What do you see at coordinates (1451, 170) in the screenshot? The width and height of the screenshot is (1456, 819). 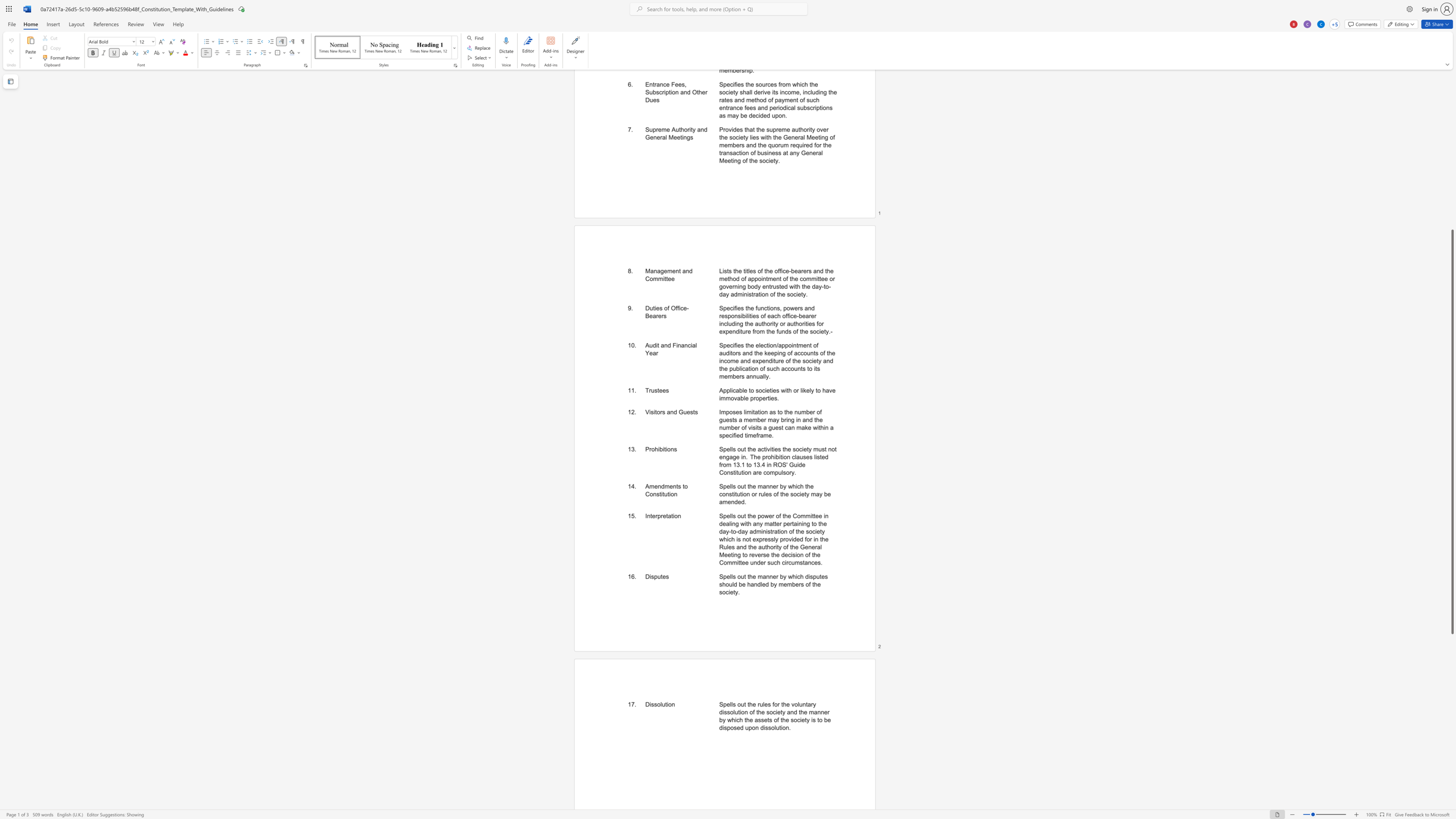 I see `the scrollbar on the right to shift the page higher` at bounding box center [1451, 170].